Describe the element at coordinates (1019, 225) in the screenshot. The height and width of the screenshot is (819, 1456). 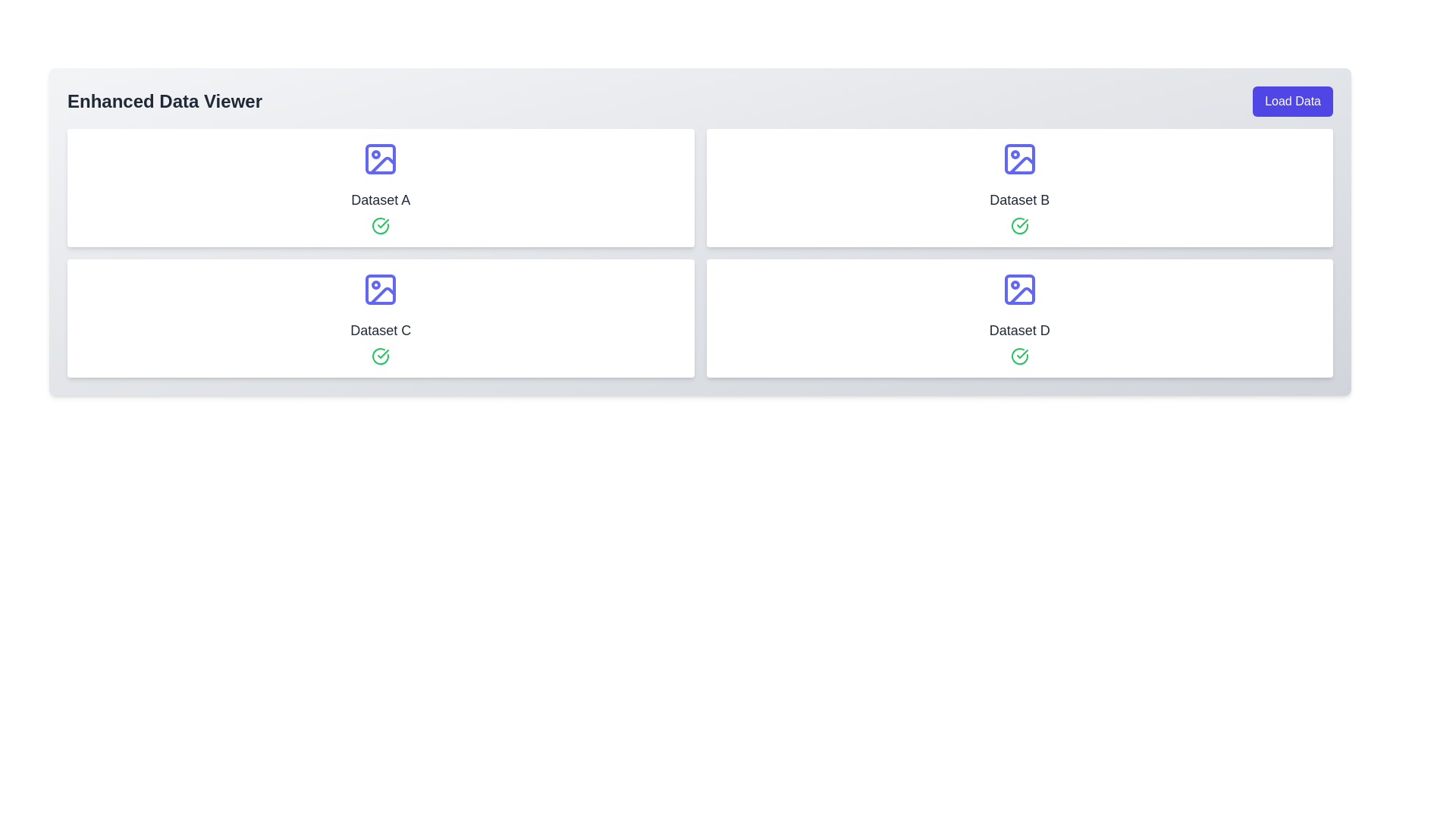
I see `the circular outer section of the checkmark icon indicating a completed status for 'Dataset B' located in the top-right quadrant of the layout` at that location.